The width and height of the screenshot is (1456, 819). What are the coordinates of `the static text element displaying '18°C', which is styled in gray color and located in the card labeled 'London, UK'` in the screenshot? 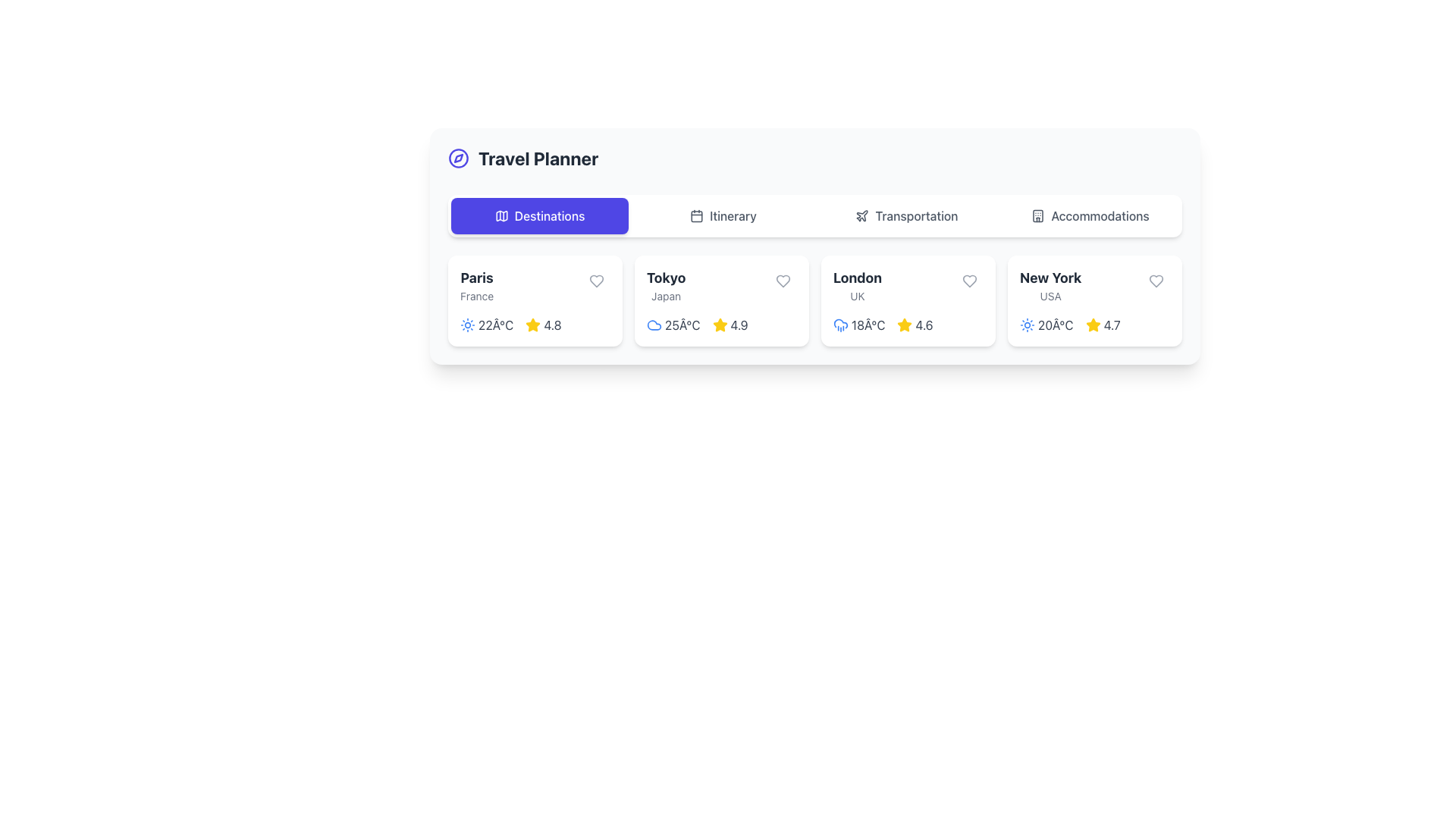 It's located at (868, 324).